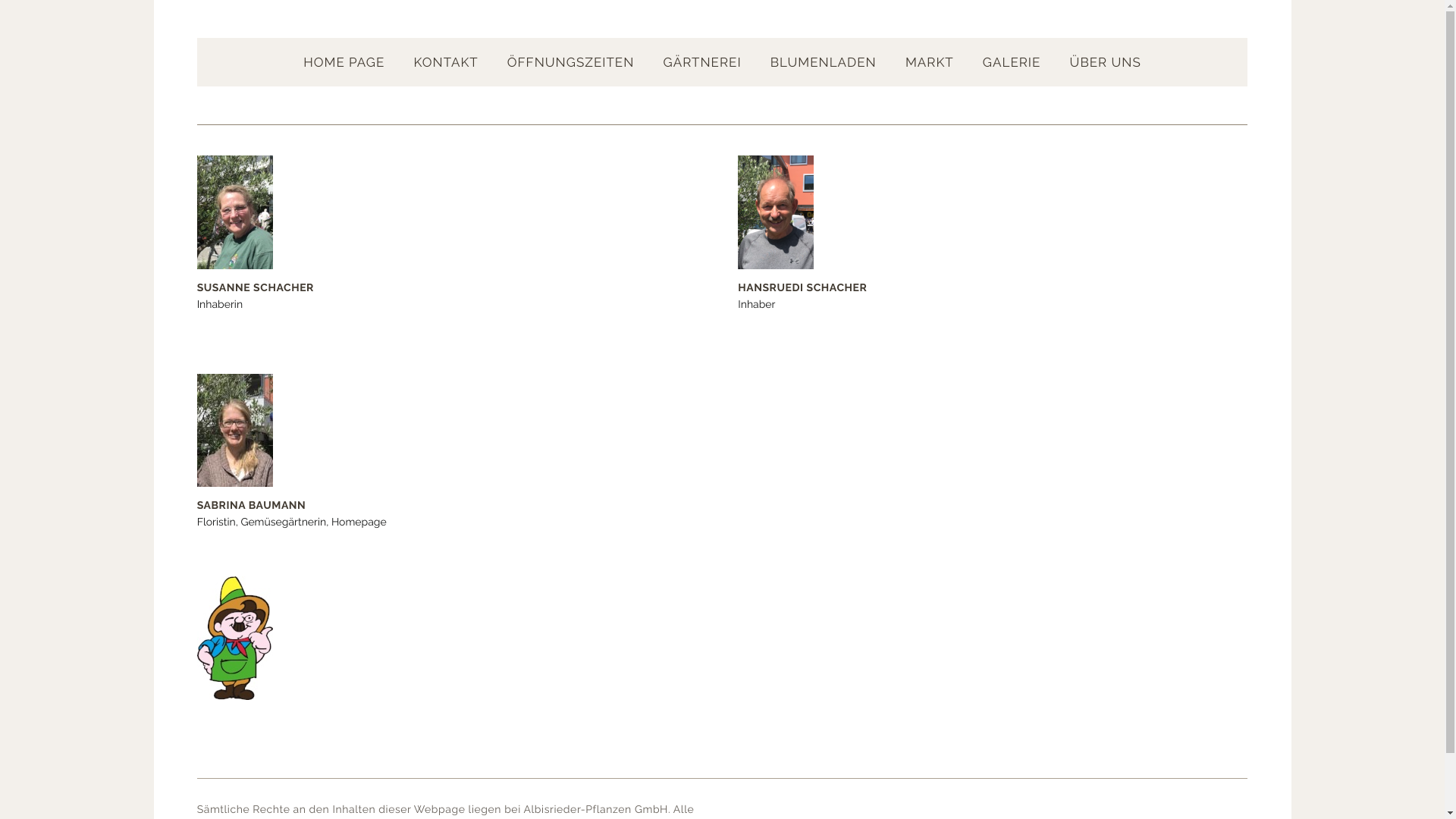 This screenshot has height=819, width=1456. What do you see at coordinates (234, 212) in the screenshot?
I see `'Susanne Schacher'` at bounding box center [234, 212].